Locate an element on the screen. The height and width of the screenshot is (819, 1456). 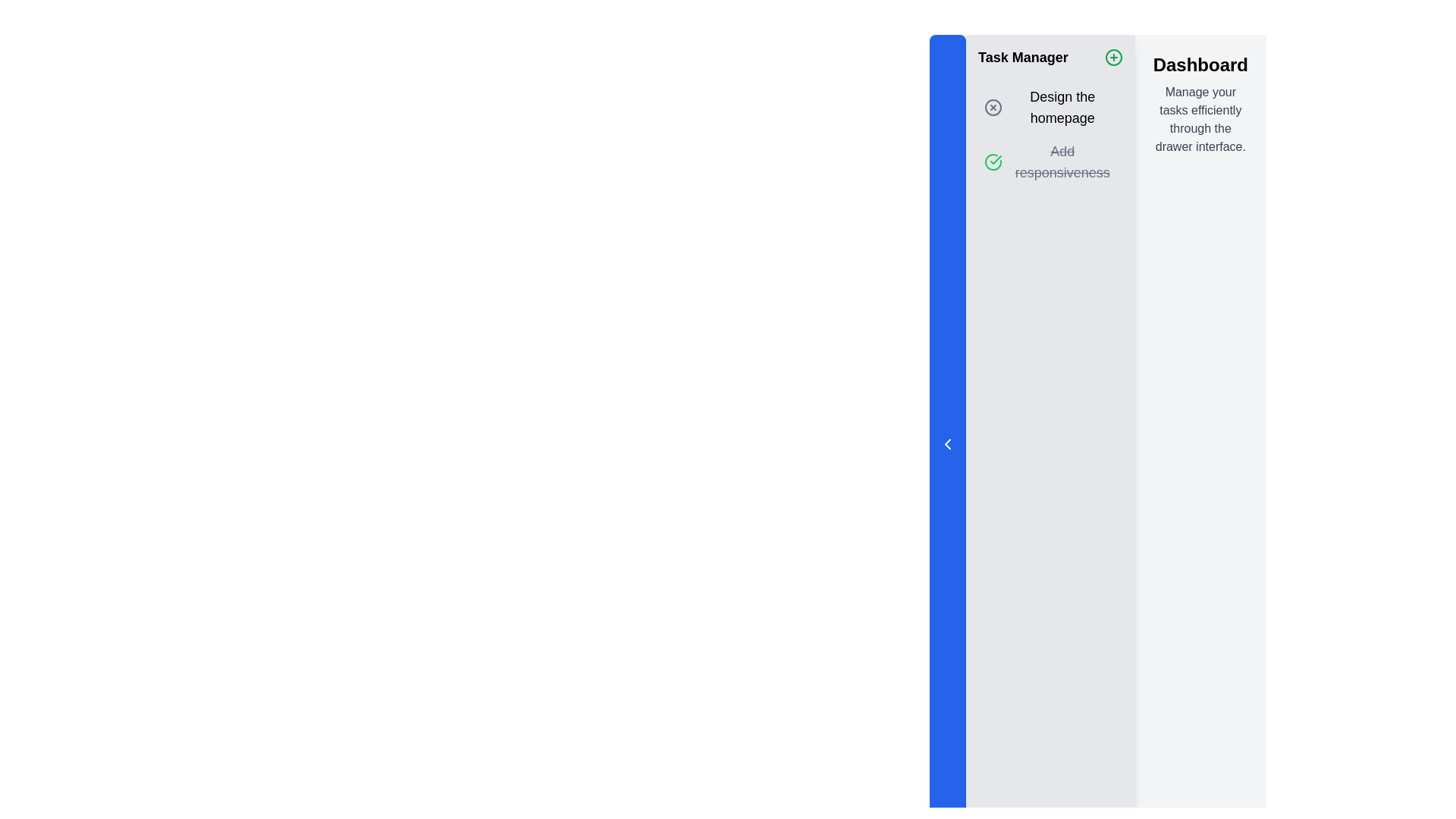
the text label 'Design the homepage' which serves as the title for the first task in the task list under the 'Task Manager' section is located at coordinates (1062, 107).